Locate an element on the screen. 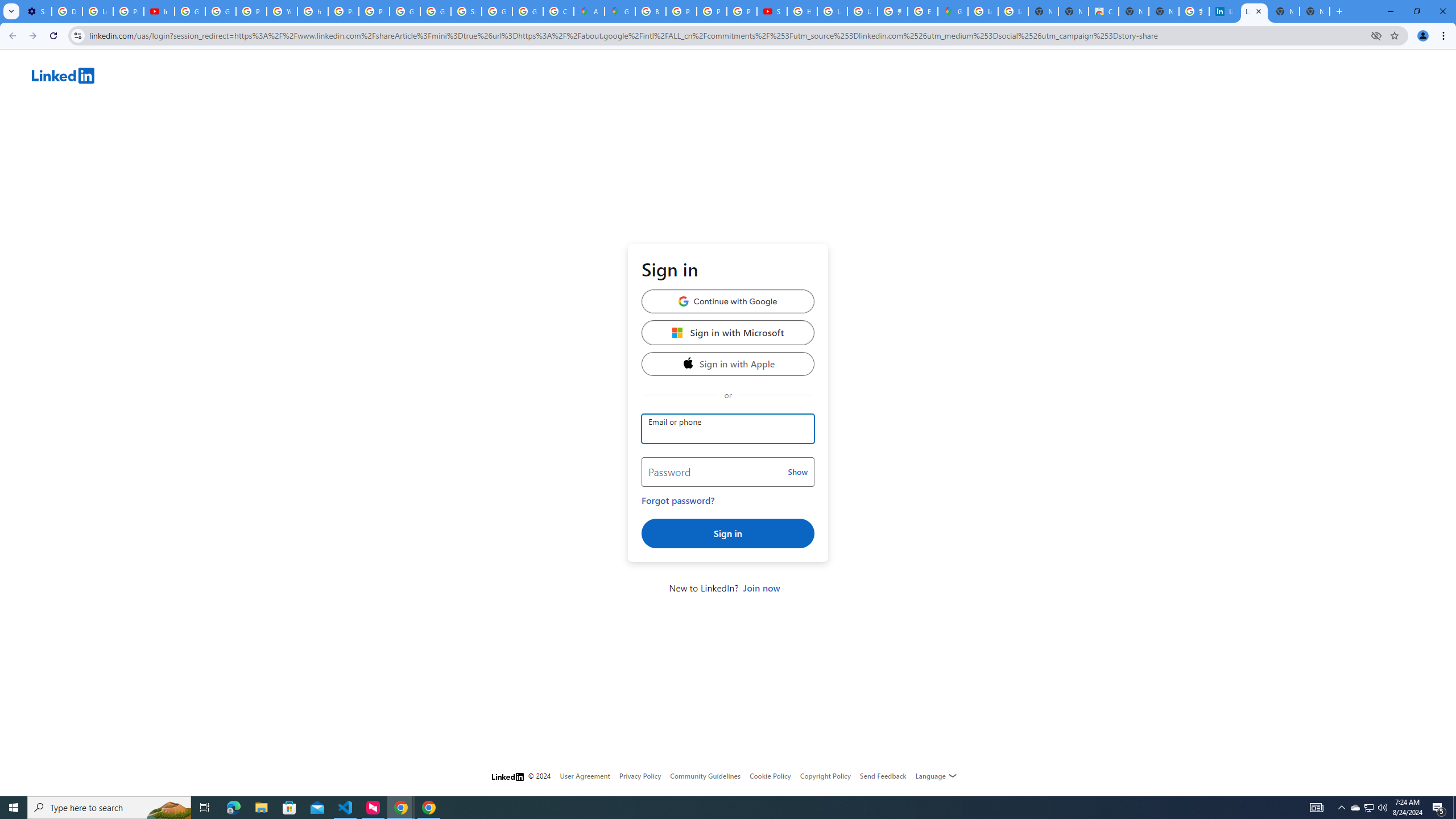 Image resolution: width=1456 pixels, height=819 pixels. 'Community Guidelines' is located at coordinates (705, 775).